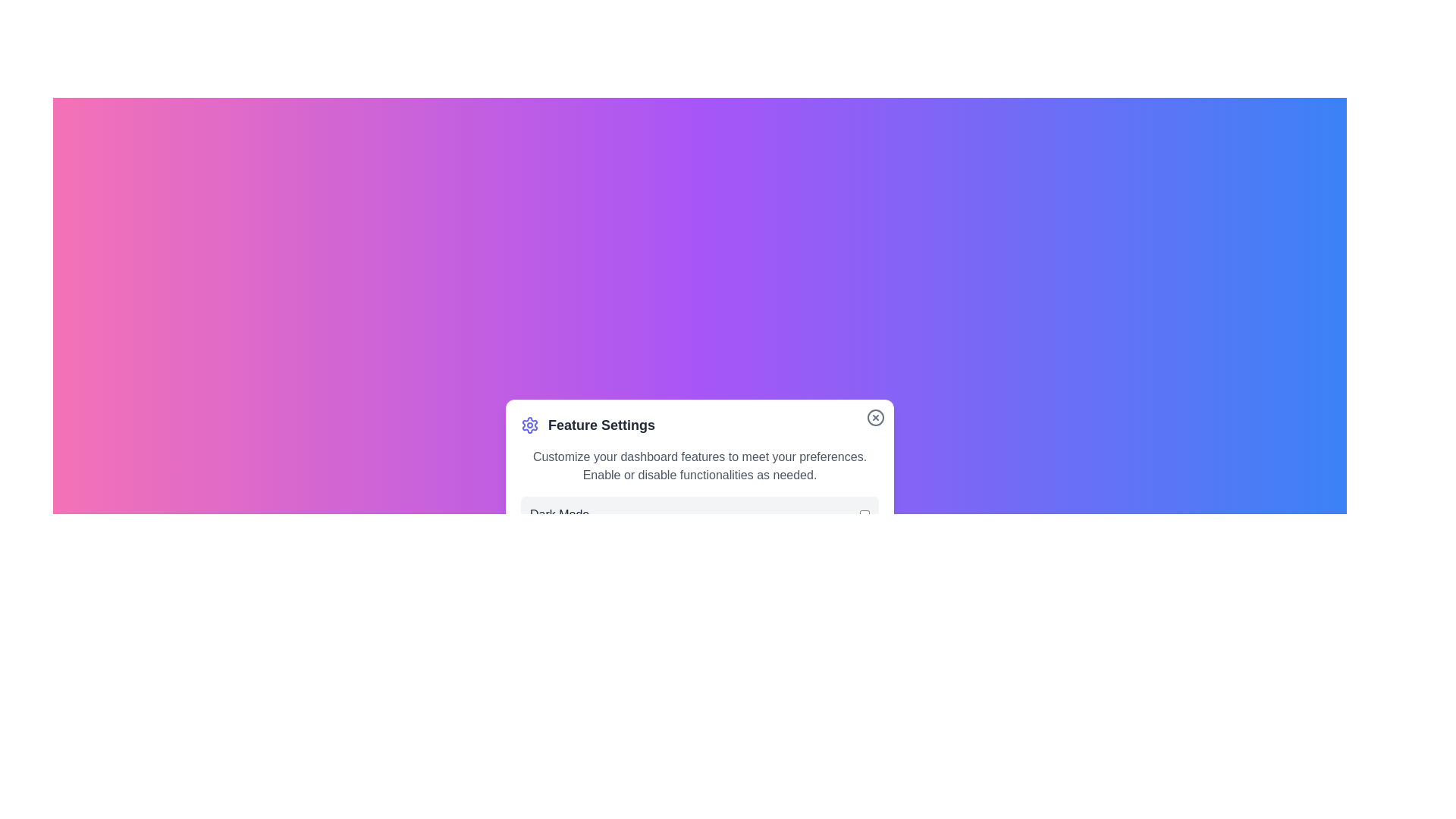 The height and width of the screenshot is (819, 1456). Describe the element at coordinates (530, 425) in the screenshot. I see `the settings icon located at the top-left corner of the 'Feature Settings' modal as a placeholder for feature customization` at that location.